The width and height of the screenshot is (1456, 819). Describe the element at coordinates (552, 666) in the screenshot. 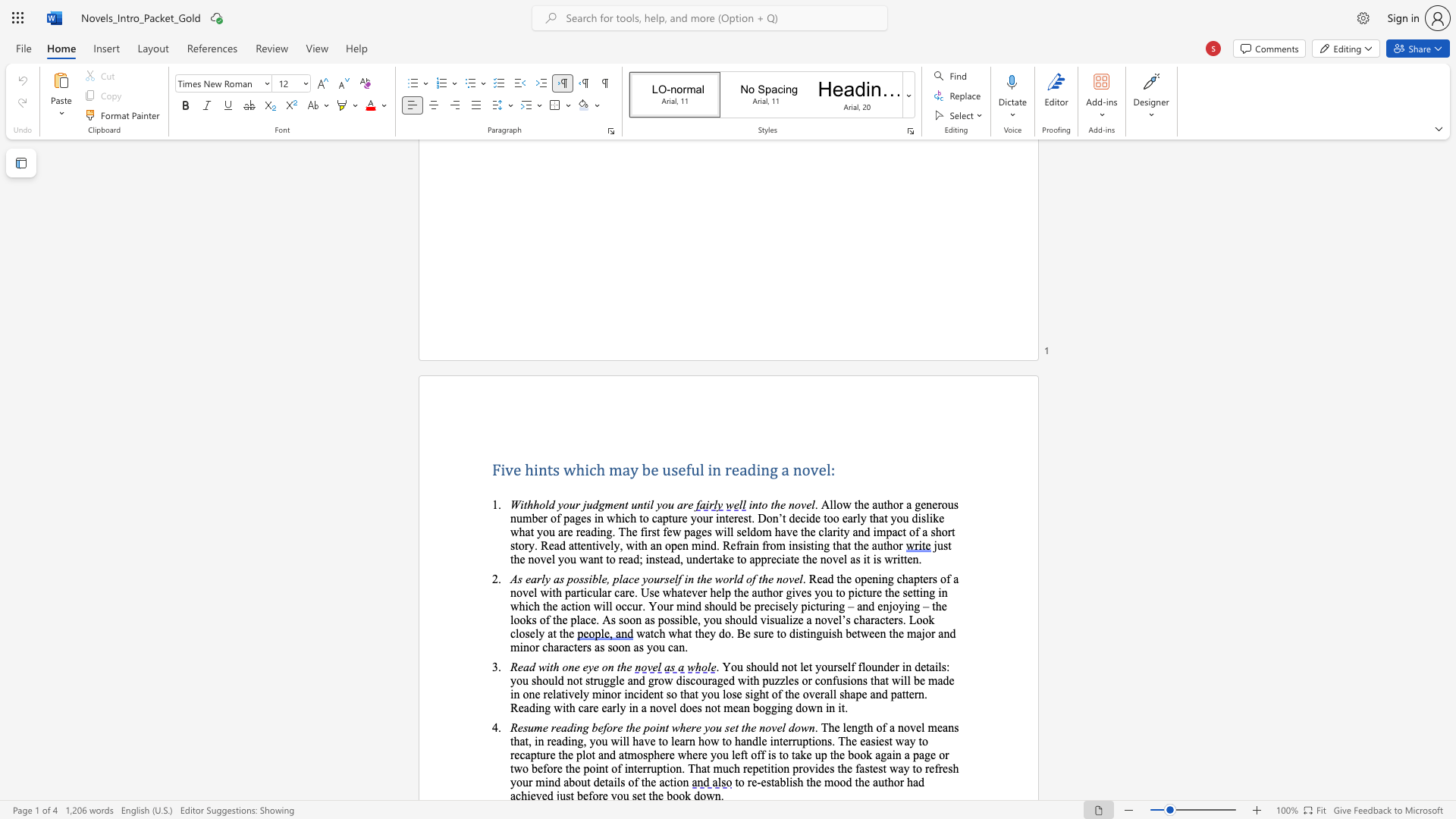

I see `the subset text "h o" within the text "Read with one eye on the"` at that location.